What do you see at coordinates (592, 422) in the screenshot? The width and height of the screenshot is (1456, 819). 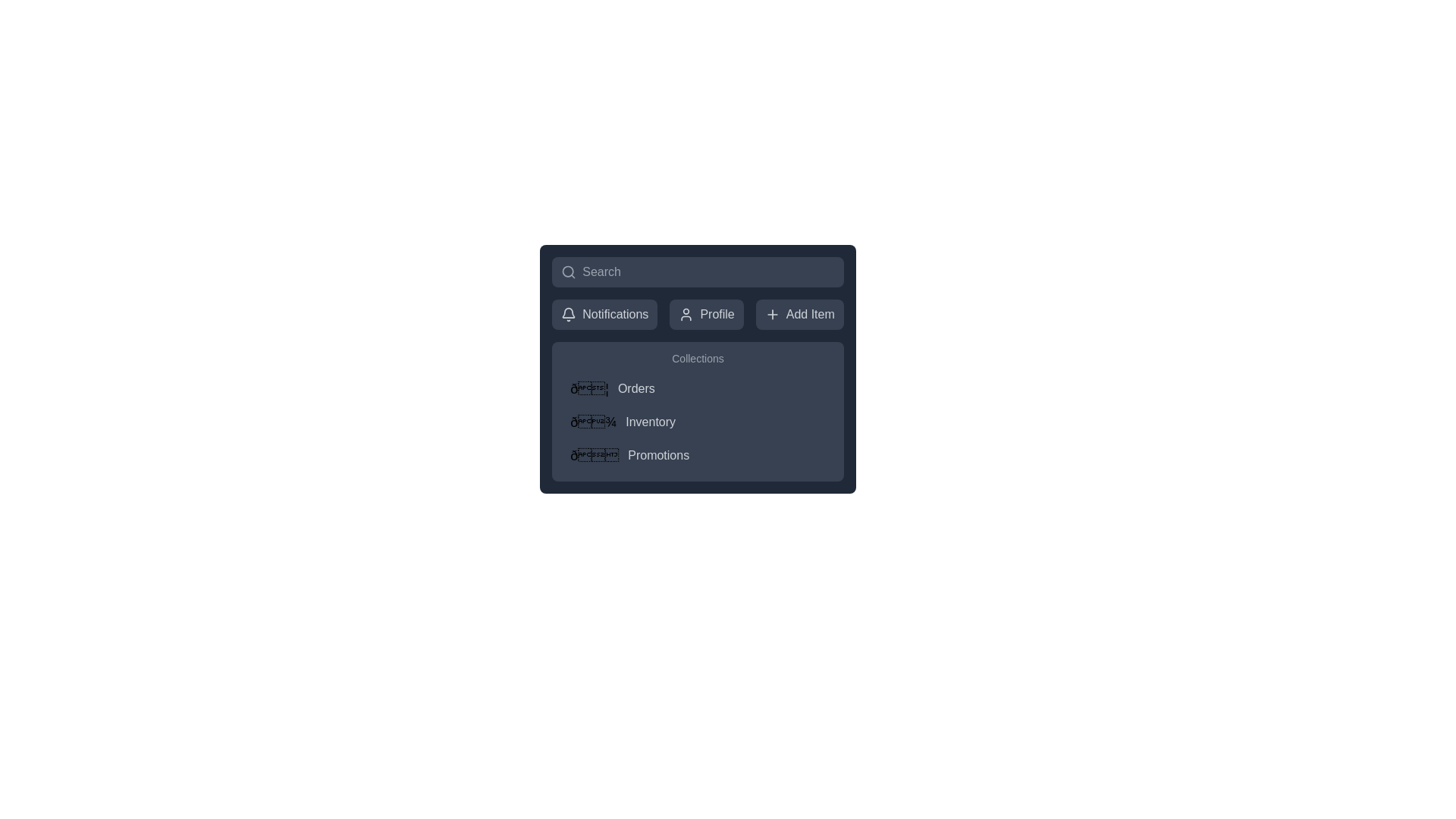 I see `the bold emoji-like icon located to the left of the 'Inventory' text label in the menu or list interface` at bounding box center [592, 422].